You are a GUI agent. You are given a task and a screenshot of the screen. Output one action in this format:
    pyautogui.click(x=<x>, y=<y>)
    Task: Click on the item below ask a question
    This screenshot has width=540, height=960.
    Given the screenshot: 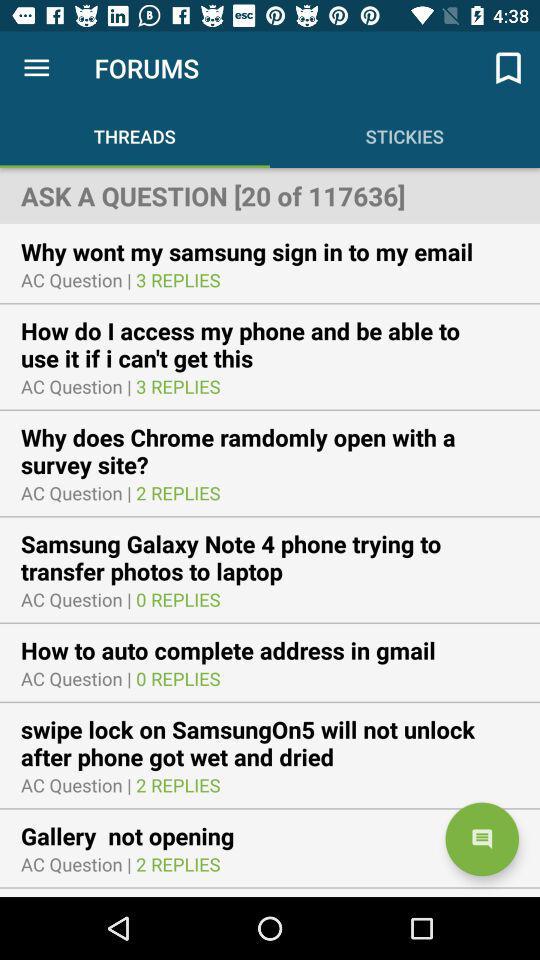 What is the action you would take?
    pyautogui.click(x=260, y=250)
    